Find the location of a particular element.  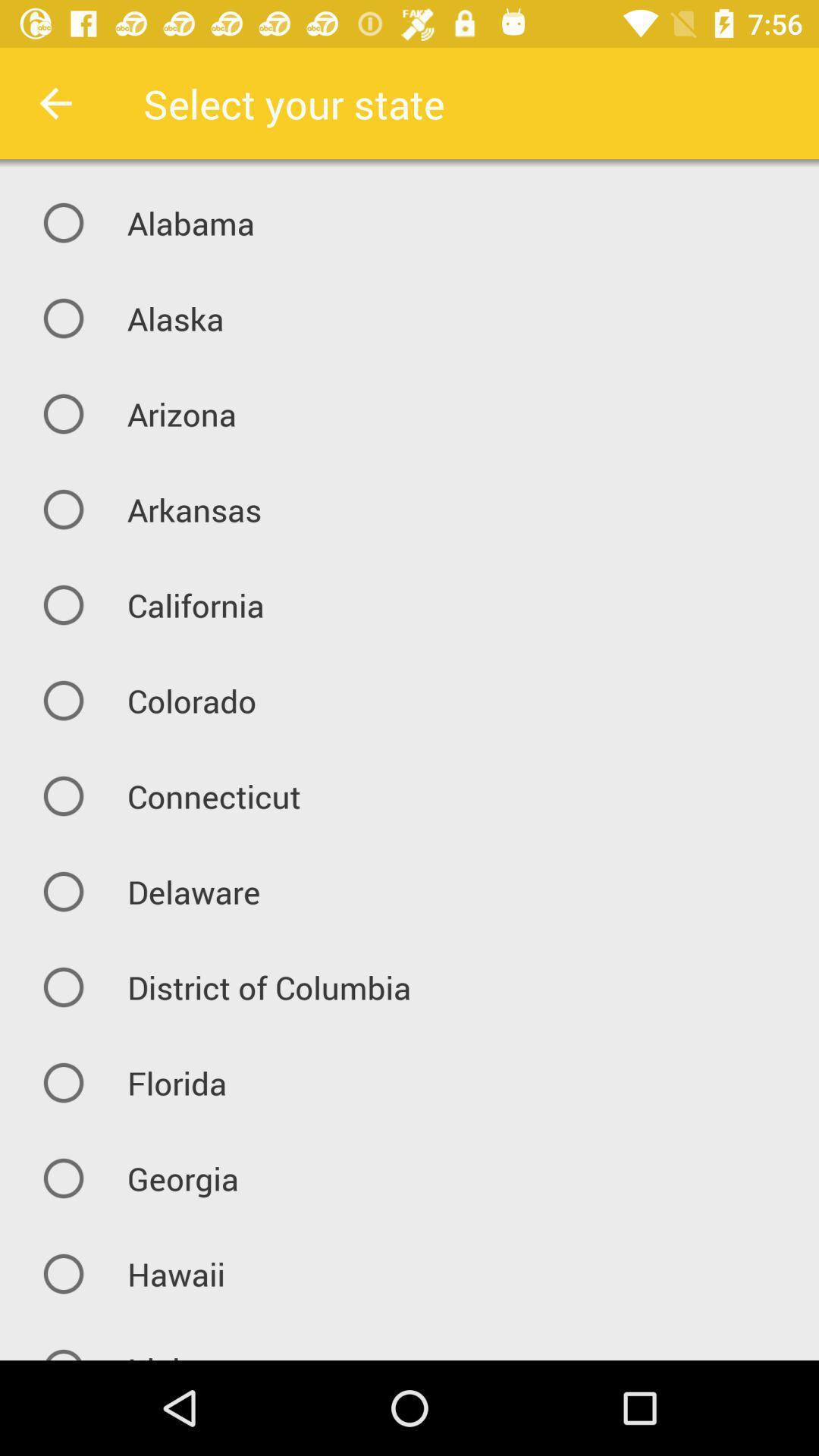

the item to the left of the select your state icon is located at coordinates (55, 102).